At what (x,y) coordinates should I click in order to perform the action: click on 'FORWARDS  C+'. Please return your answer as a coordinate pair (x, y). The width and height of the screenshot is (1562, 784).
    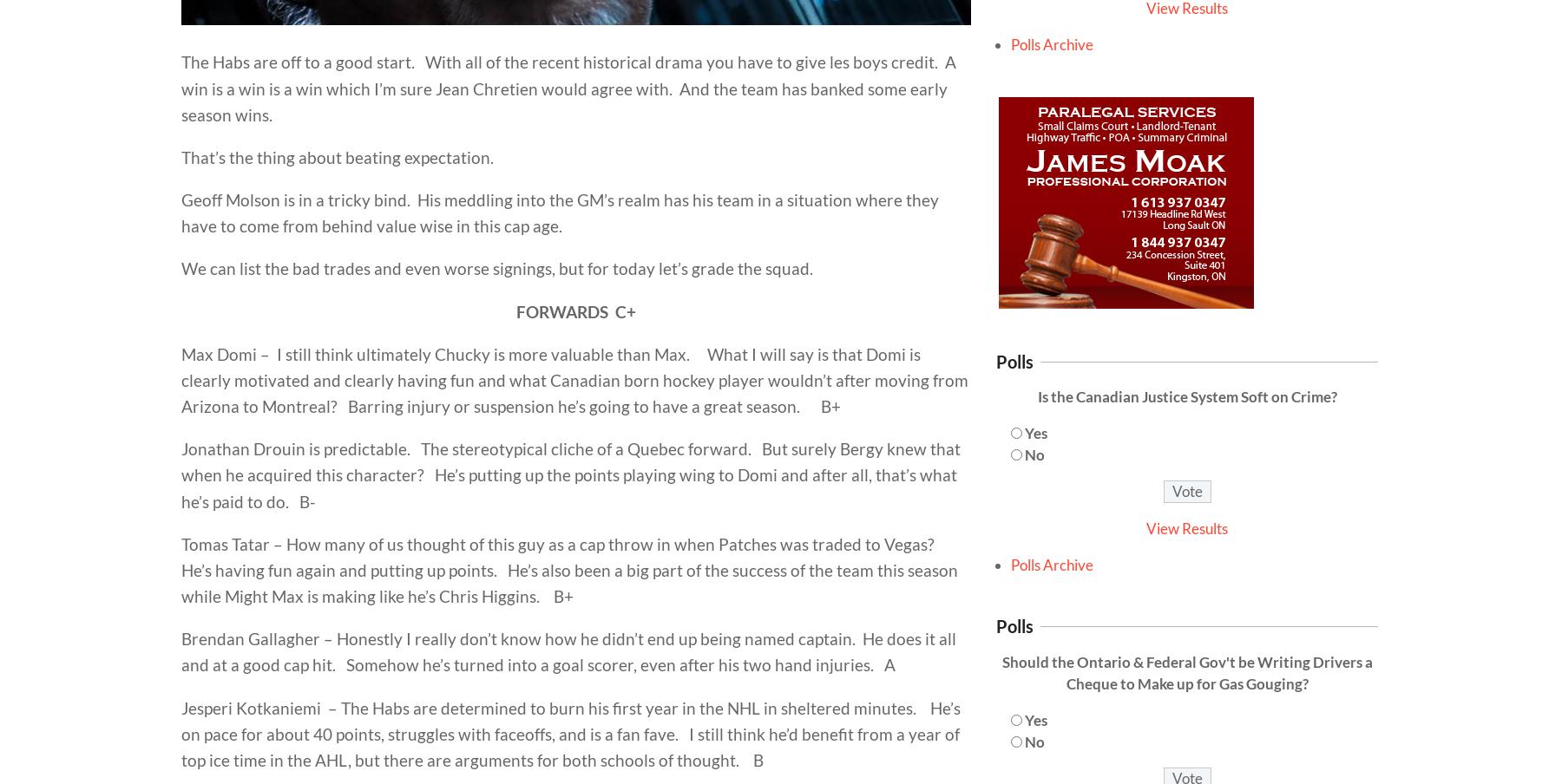
    Looking at the image, I should click on (576, 310).